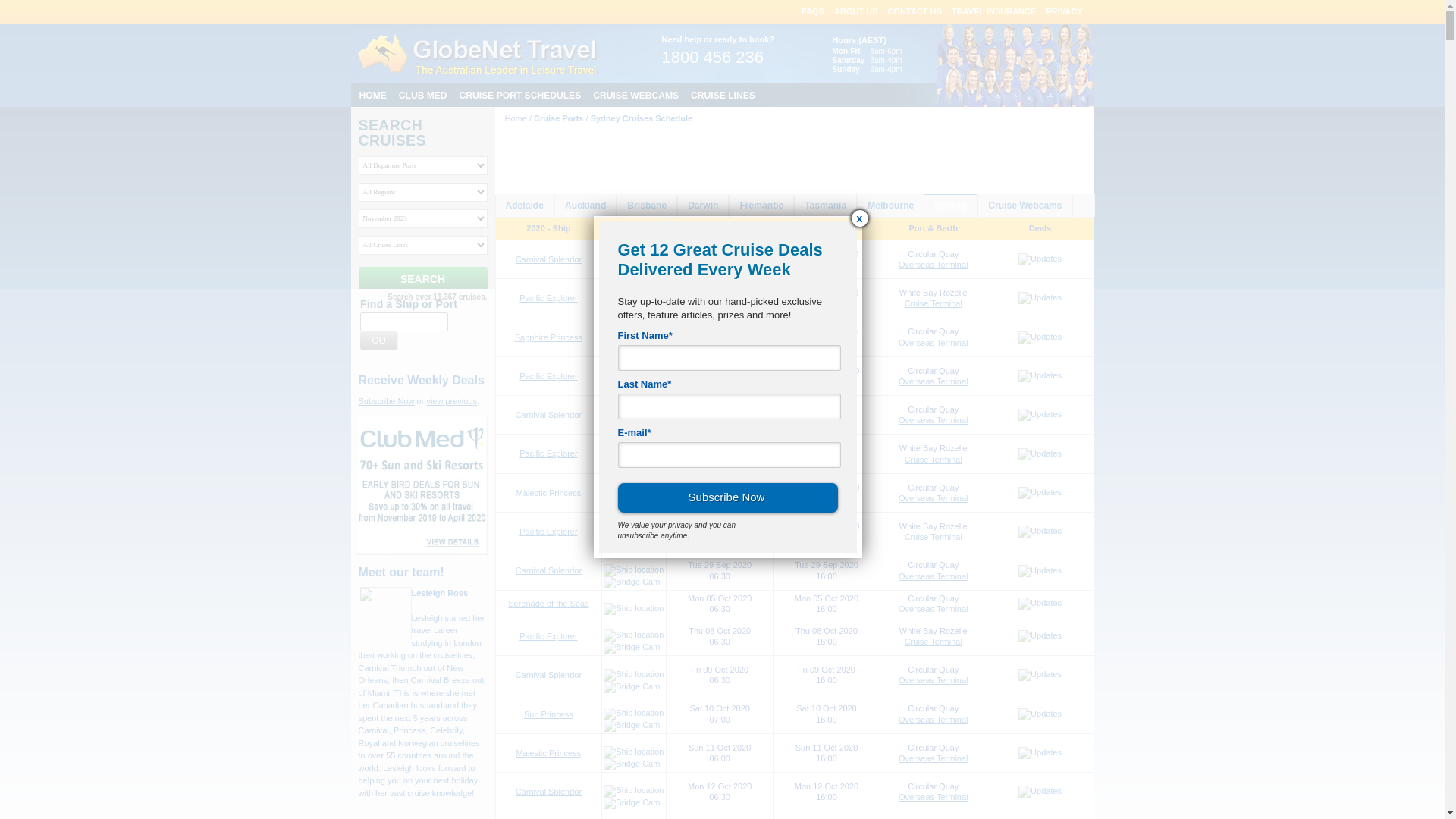  What do you see at coordinates (914, 11) in the screenshot?
I see `'CONTACT US'` at bounding box center [914, 11].